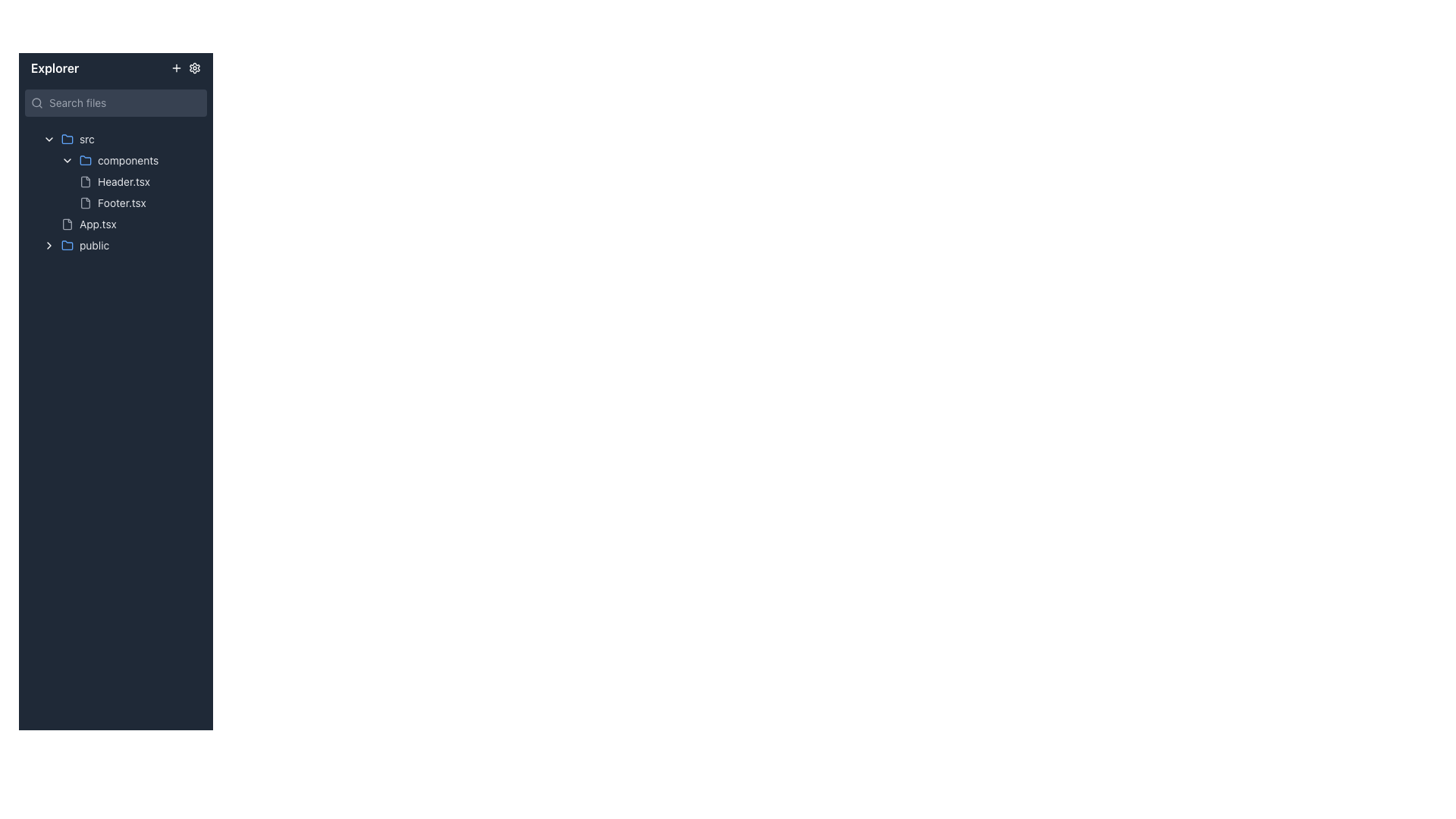 This screenshot has width=1456, height=819. I want to click on the file type icon representing 'App.tsx' in the directory list, which is the leftmost element preceding the text label, so click(67, 224).